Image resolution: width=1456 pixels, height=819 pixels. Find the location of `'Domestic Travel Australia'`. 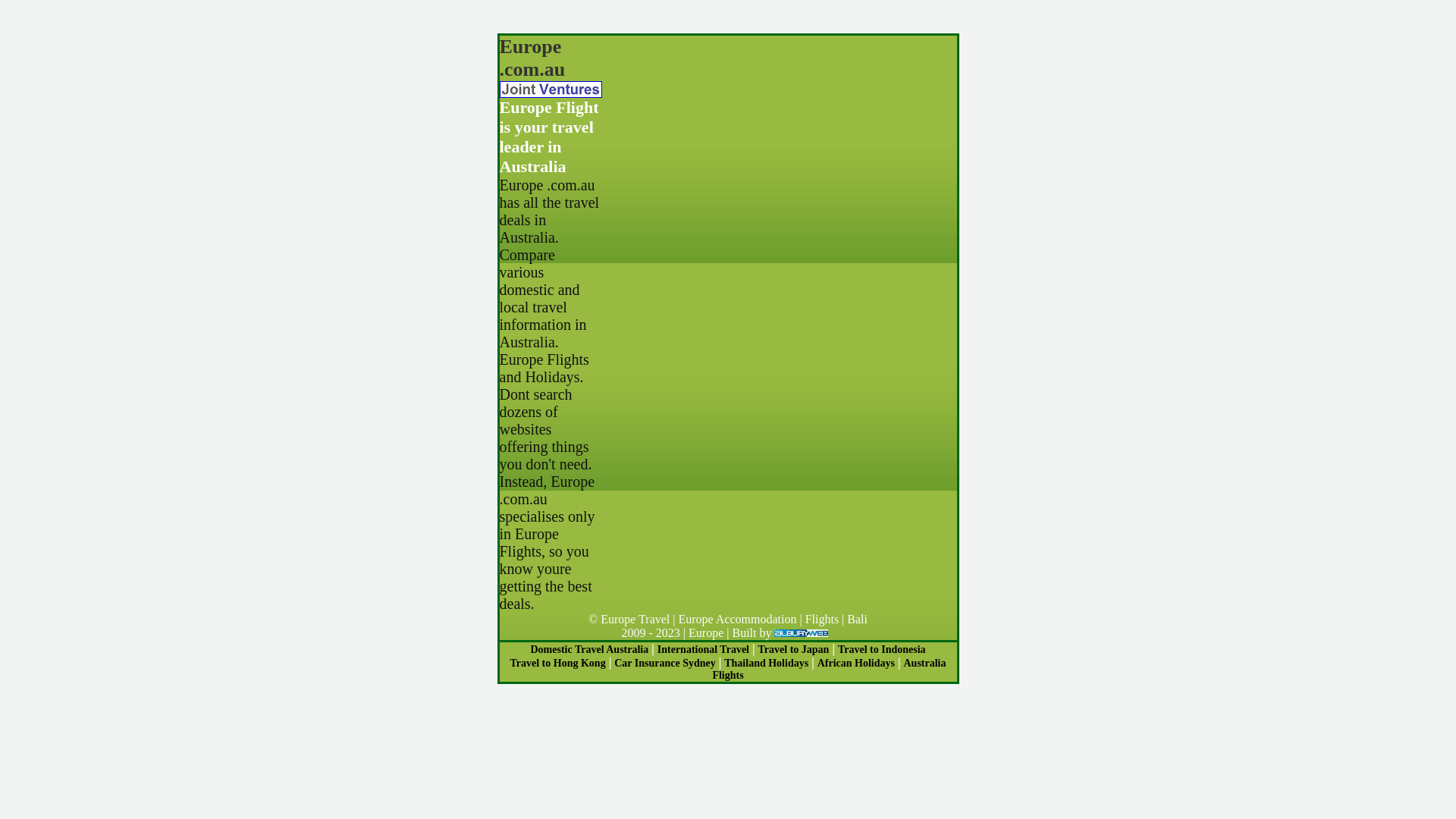

'Domestic Travel Australia' is located at coordinates (588, 648).